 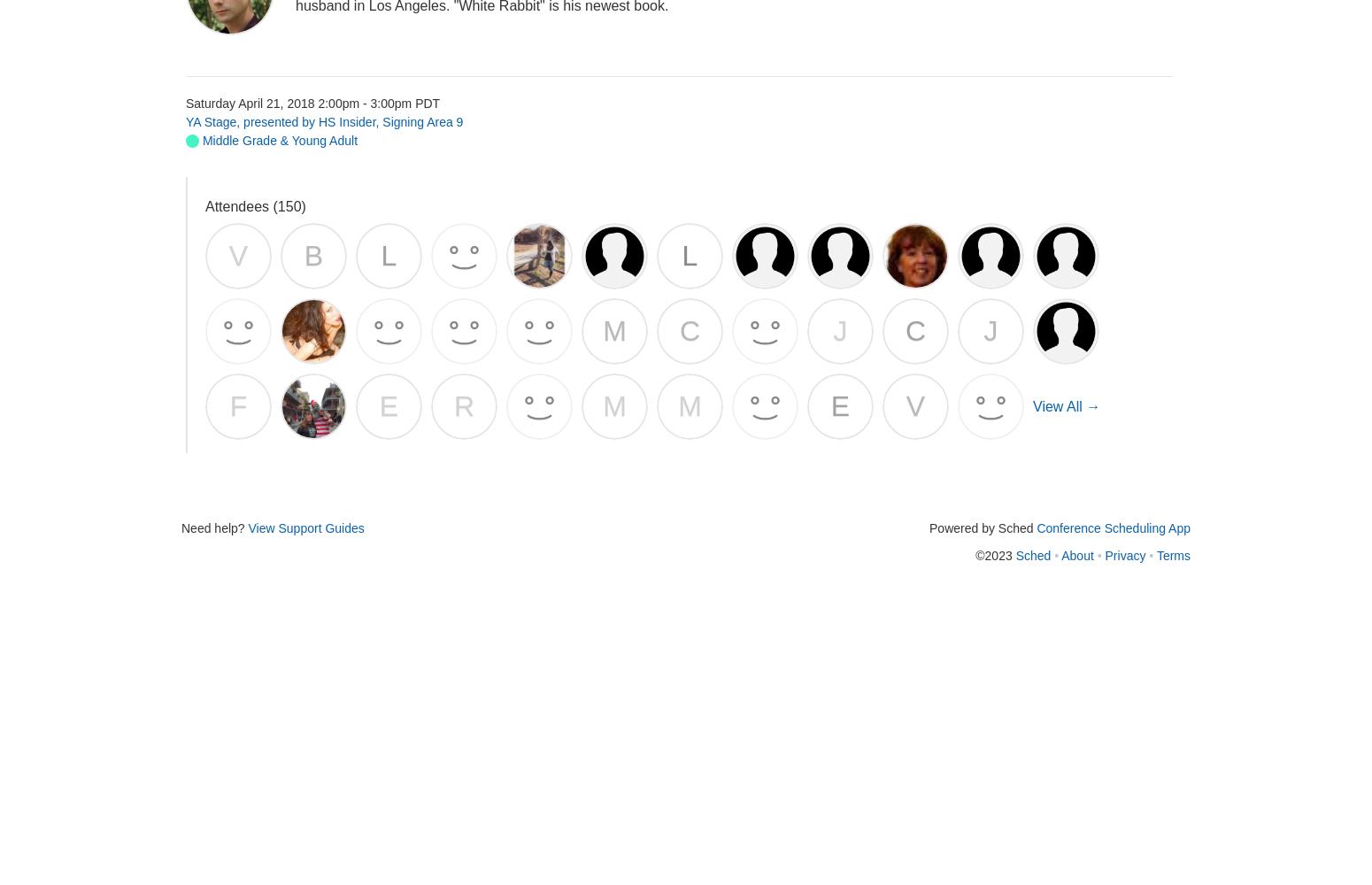 What do you see at coordinates (277, 140) in the screenshot?
I see `'Middle Grade & Young Adult'` at bounding box center [277, 140].